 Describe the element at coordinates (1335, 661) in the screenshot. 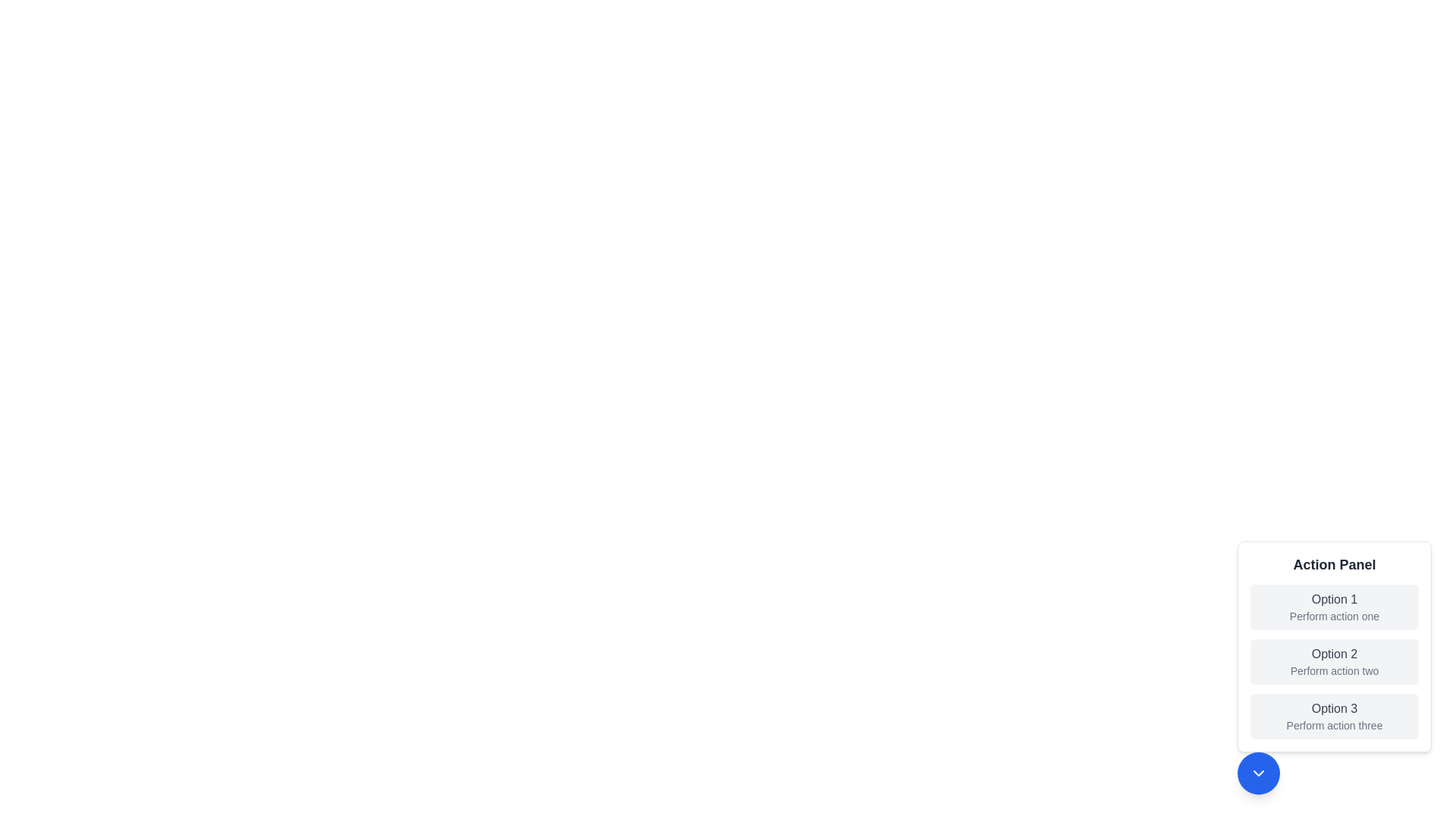

I see `the second item in the 'Action Panel' menu labeled 'Perform action two'` at that location.